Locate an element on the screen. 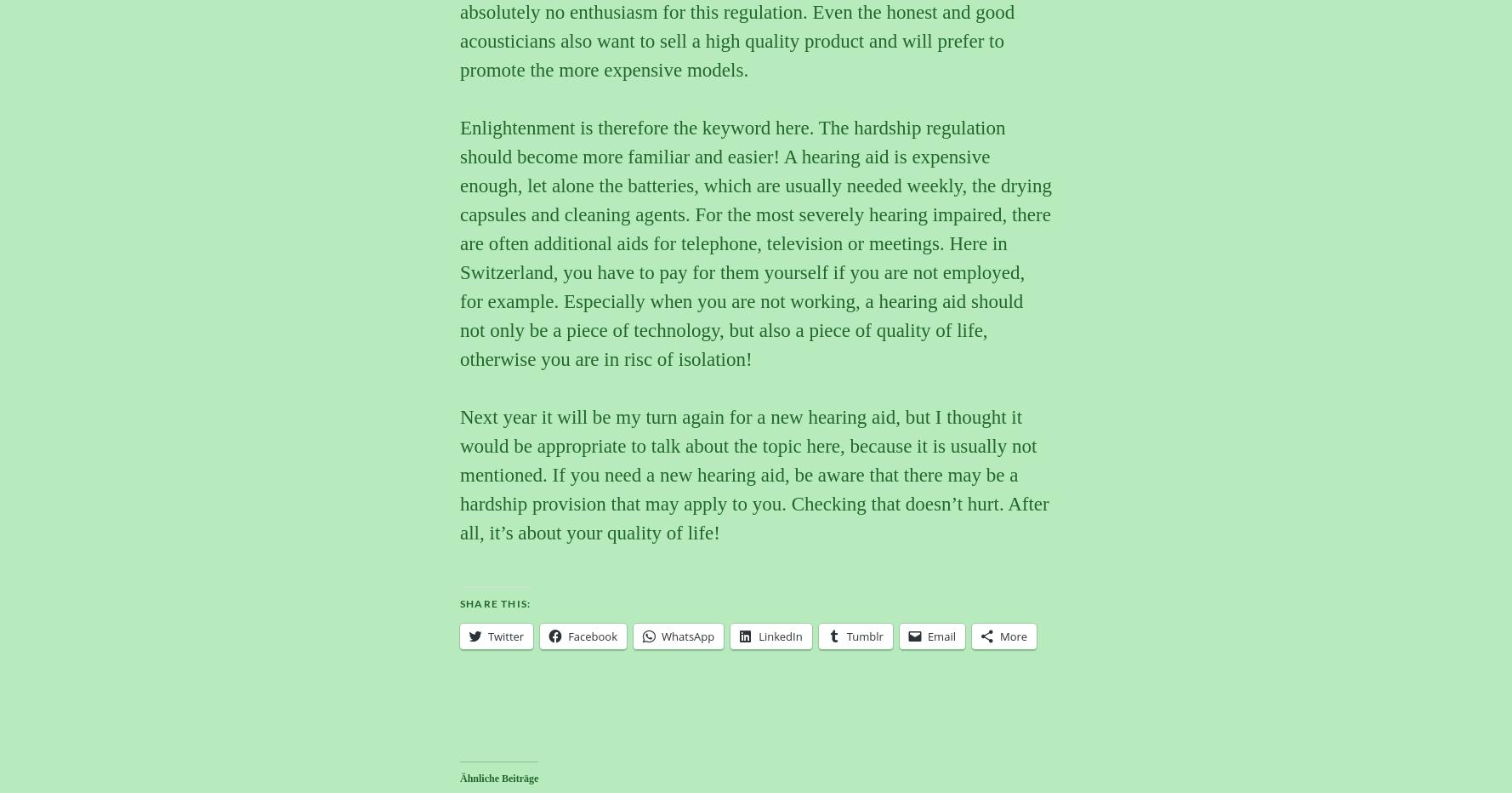 This screenshot has height=793, width=1512. 'LinkedIn' is located at coordinates (780, 634).